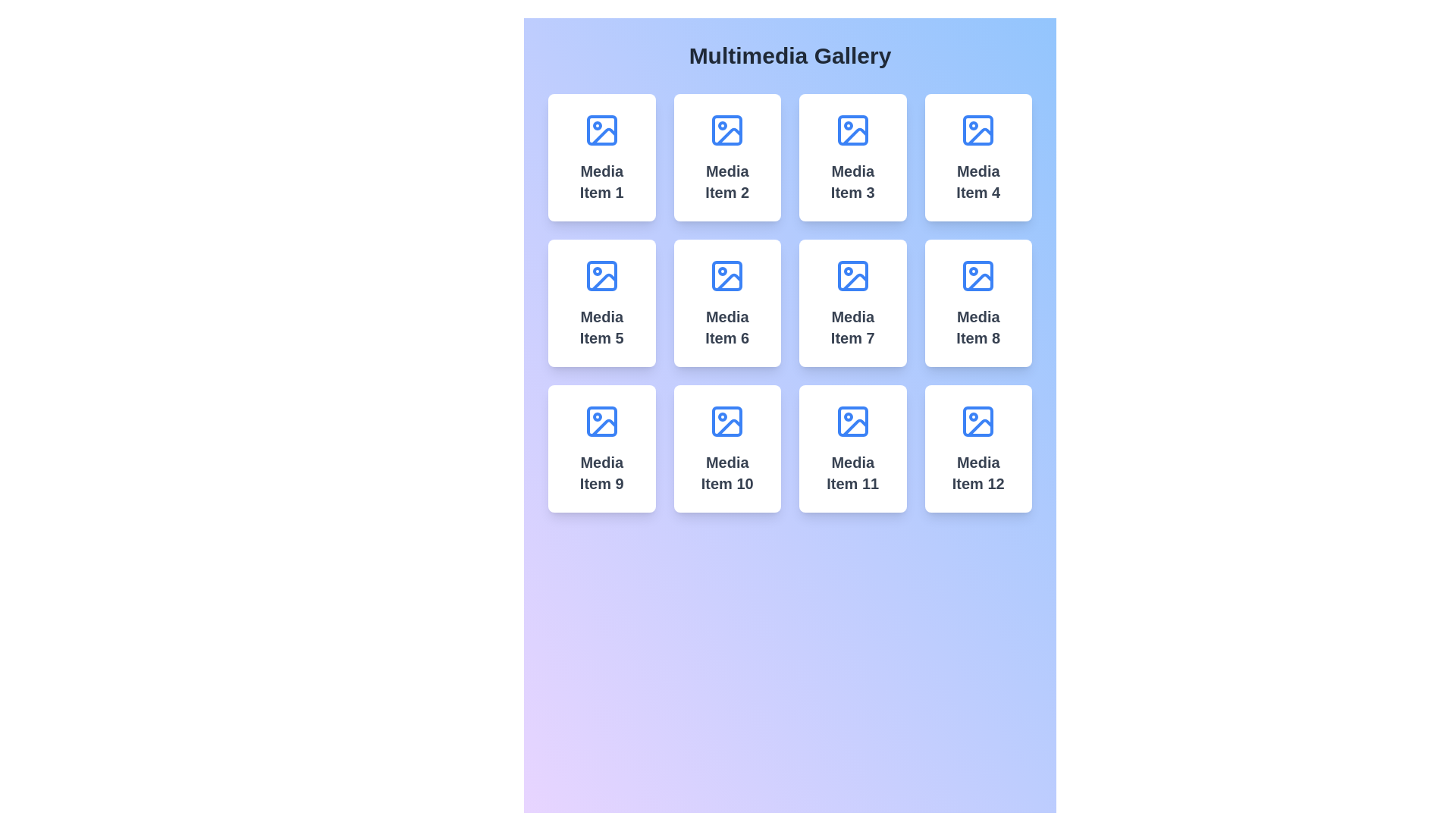 This screenshot has height=819, width=1456. I want to click on the text element that serves as a label for 'Media Item 4', which is positioned beneath the image icon in the fourth card of the top row, so click(978, 180).